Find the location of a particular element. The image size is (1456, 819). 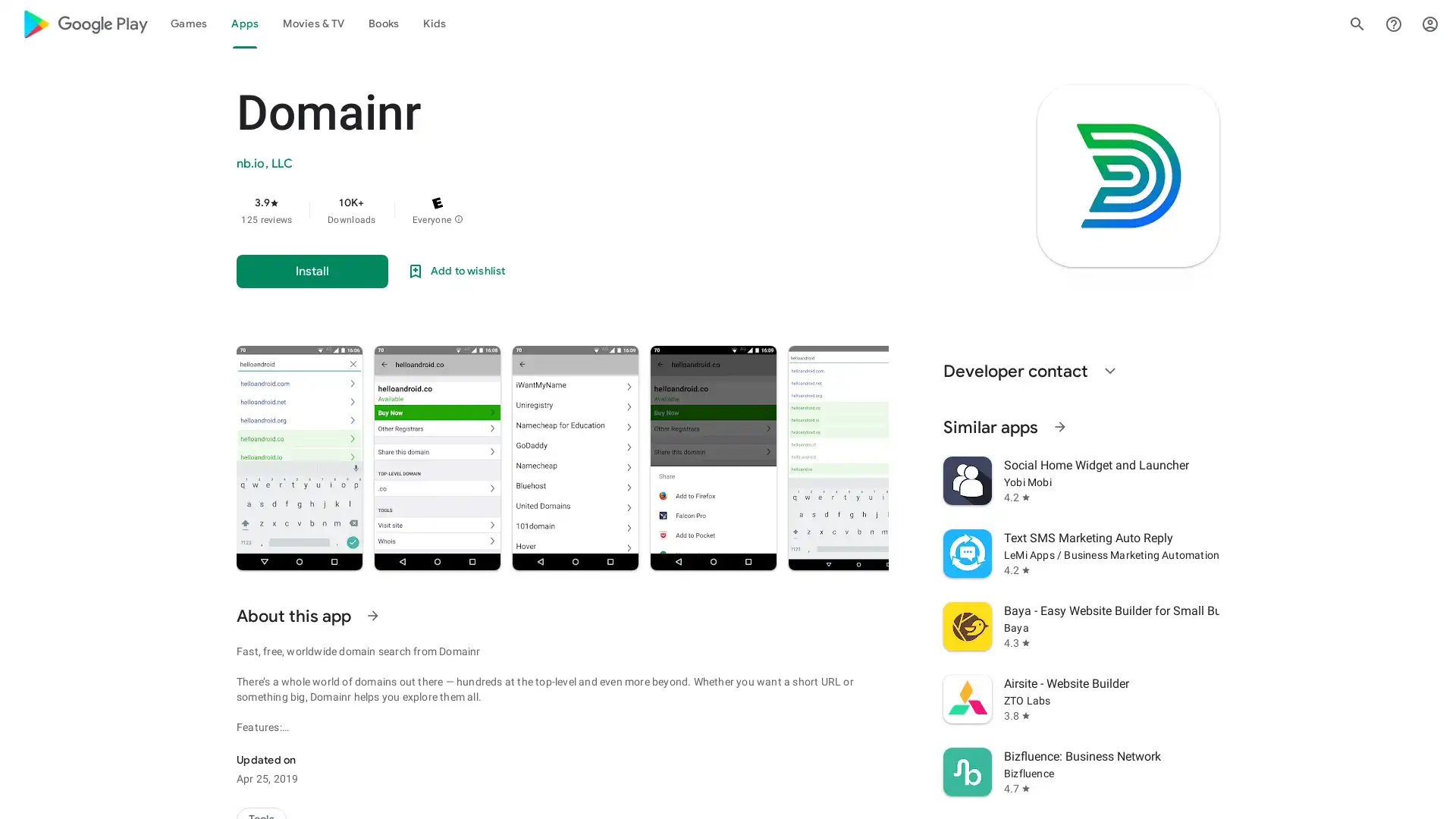

Screenshot image is located at coordinates (712, 457).